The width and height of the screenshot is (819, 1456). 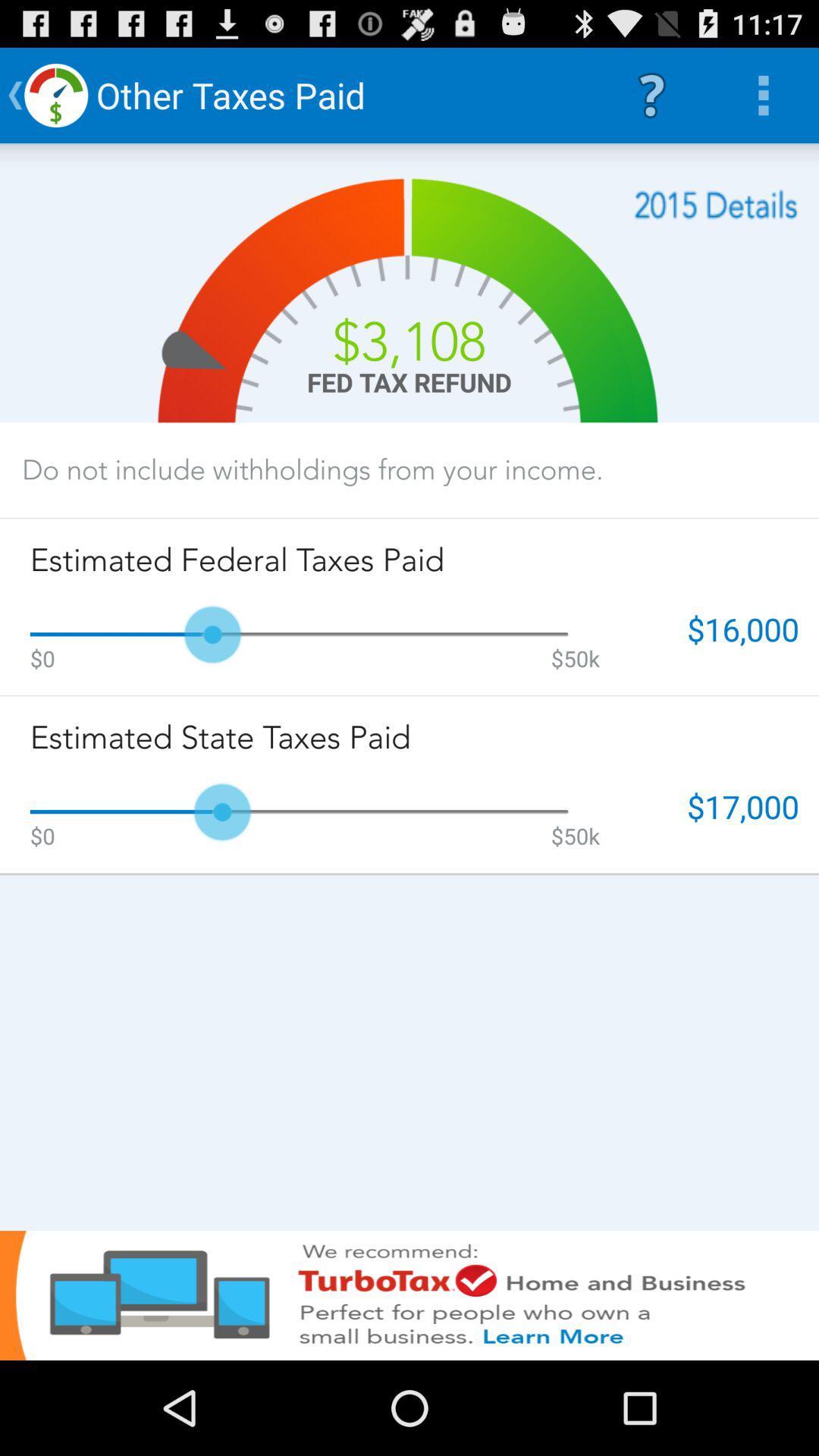 What do you see at coordinates (651, 94) in the screenshot?
I see `the item next to the other taxes paid` at bounding box center [651, 94].